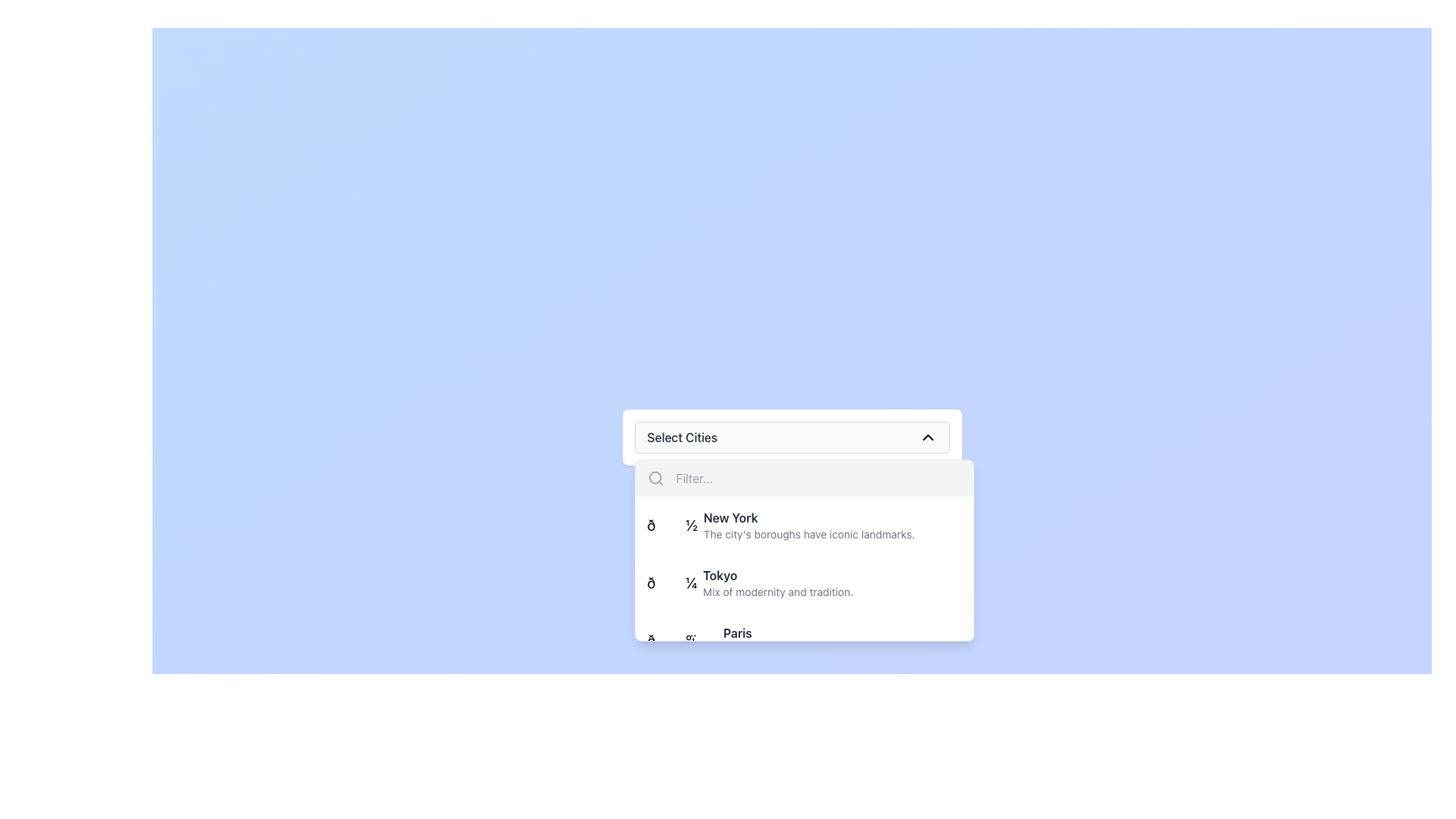 The height and width of the screenshot is (819, 1456). I want to click on the black document glyph icon located to the left of the text 'Tokyo' in the interface, so click(671, 582).